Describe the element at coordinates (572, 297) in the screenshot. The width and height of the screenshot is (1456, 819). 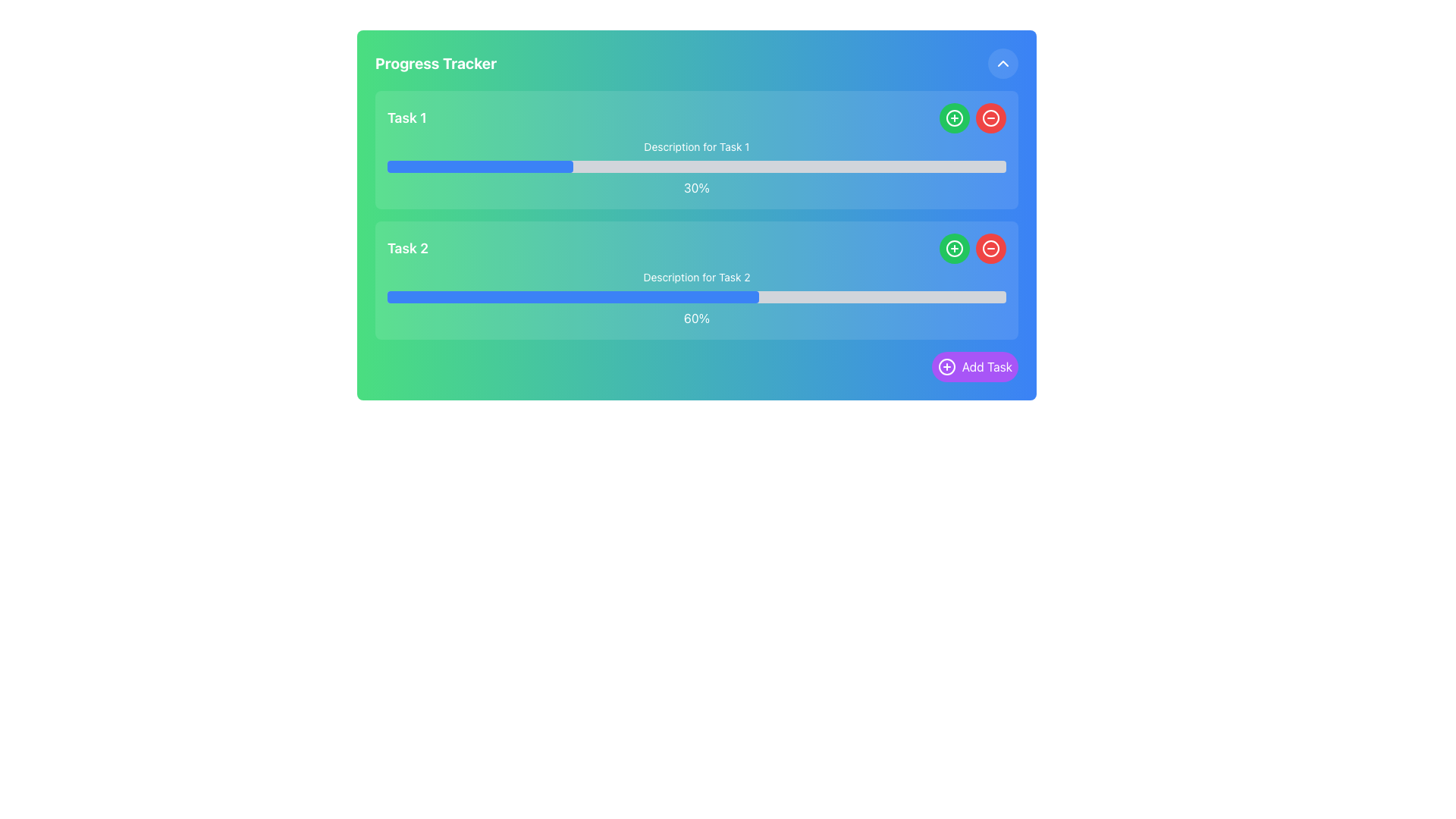
I see `the blue portion of the progress bar indicating 60% completion for 'Task 2', which is located below the 'Description for Task 2' text` at that location.